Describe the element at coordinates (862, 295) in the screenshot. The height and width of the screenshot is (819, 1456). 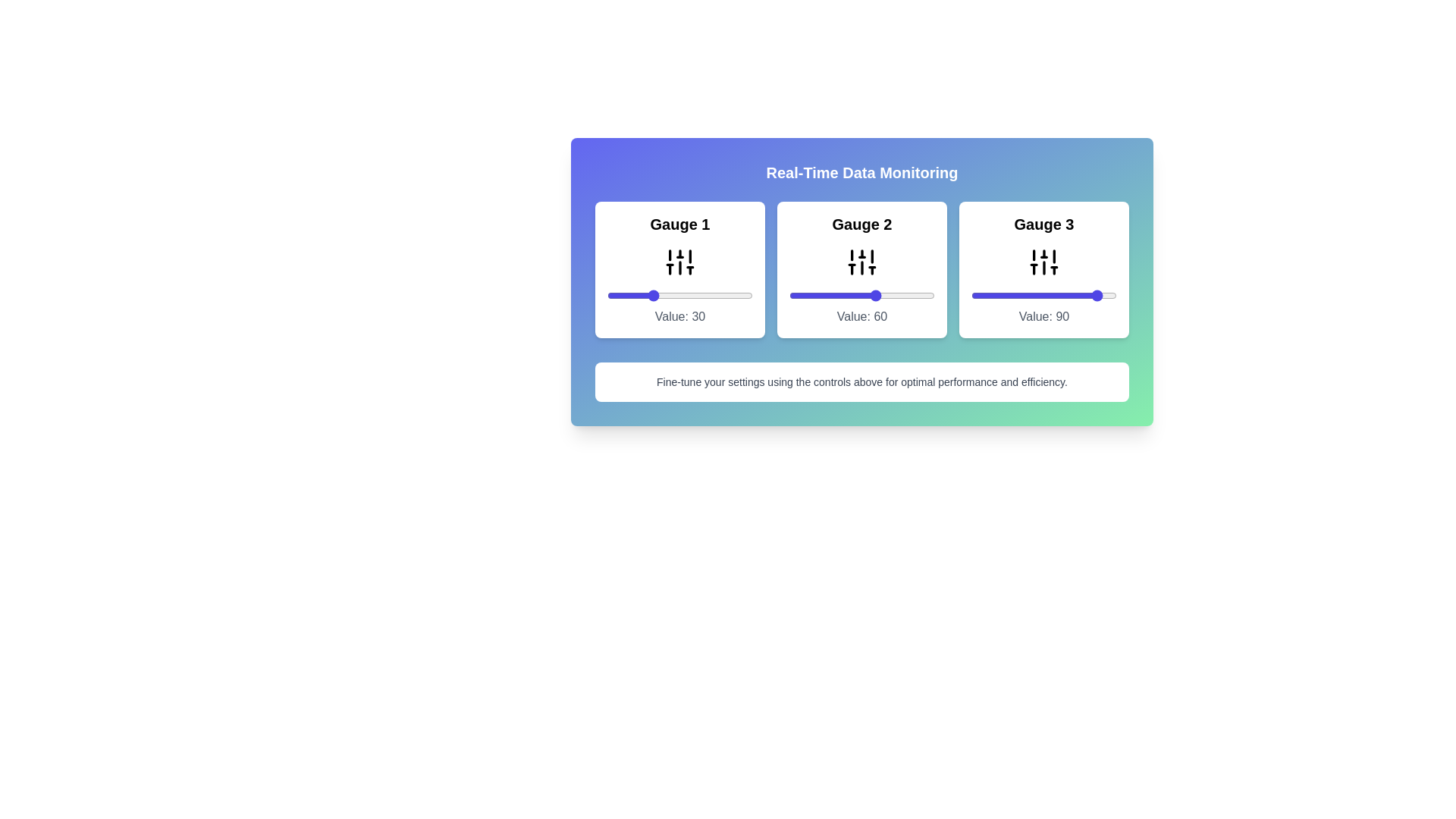
I see `the slider` at that location.